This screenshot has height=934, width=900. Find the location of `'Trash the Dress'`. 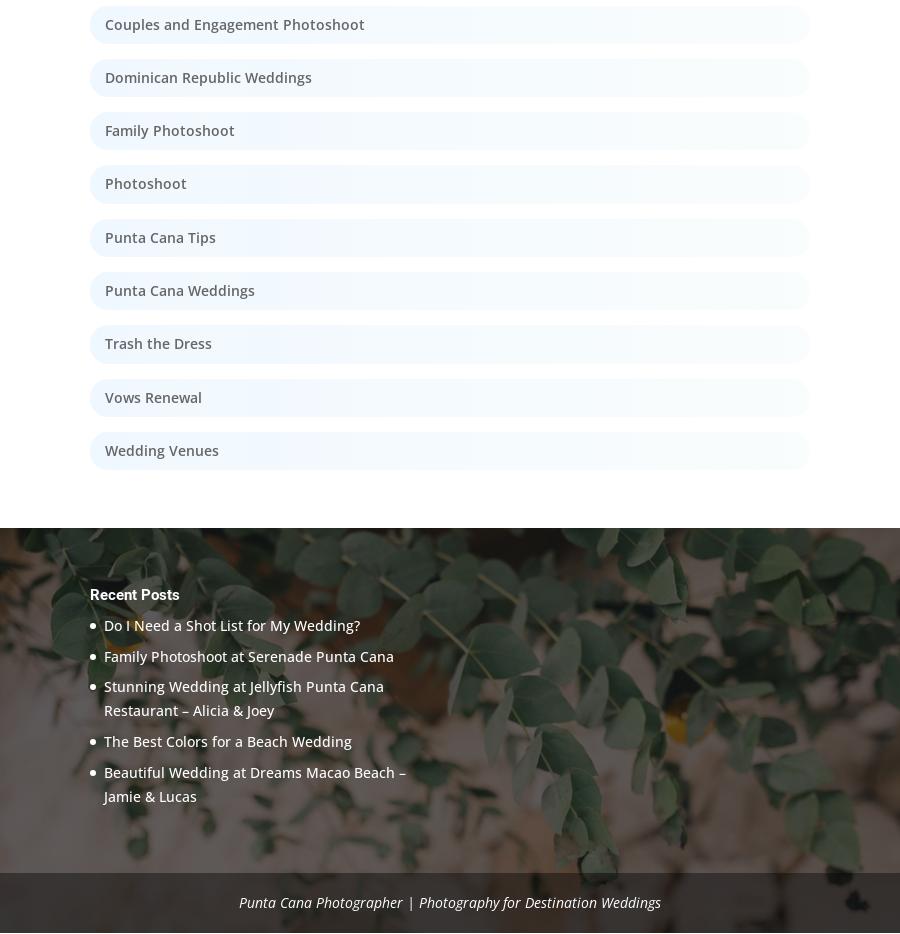

'Trash the Dress' is located at coordinates (158, 343).